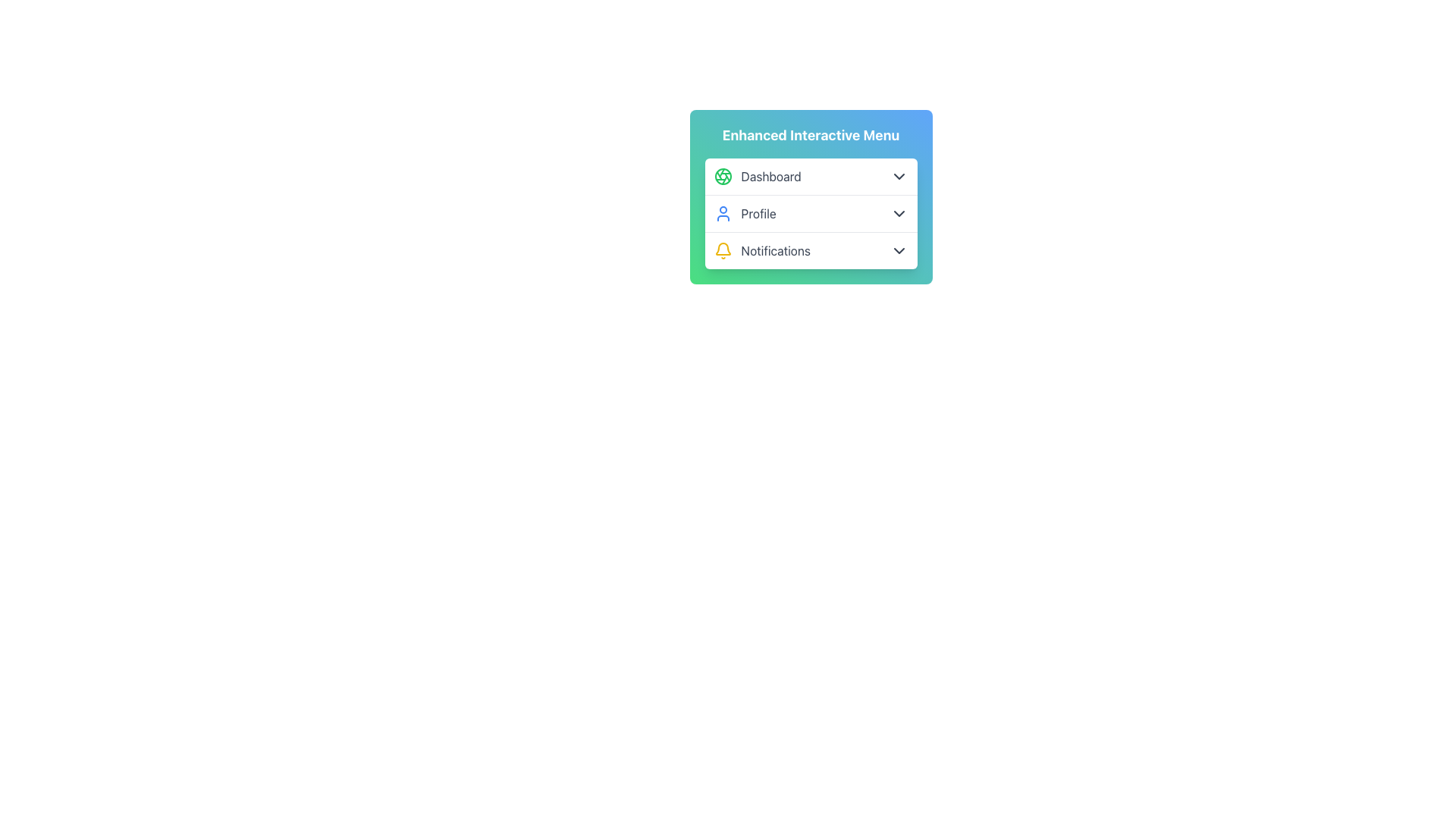 The width and height of the screenshot is (1456, 819). What do you see at coordinates (899, 175) in the screenshot?
I see `the downward-pointing chevron icon located to the right of the 'Dashboard' label in the dropdown menu` at bounding box center [899, 175].